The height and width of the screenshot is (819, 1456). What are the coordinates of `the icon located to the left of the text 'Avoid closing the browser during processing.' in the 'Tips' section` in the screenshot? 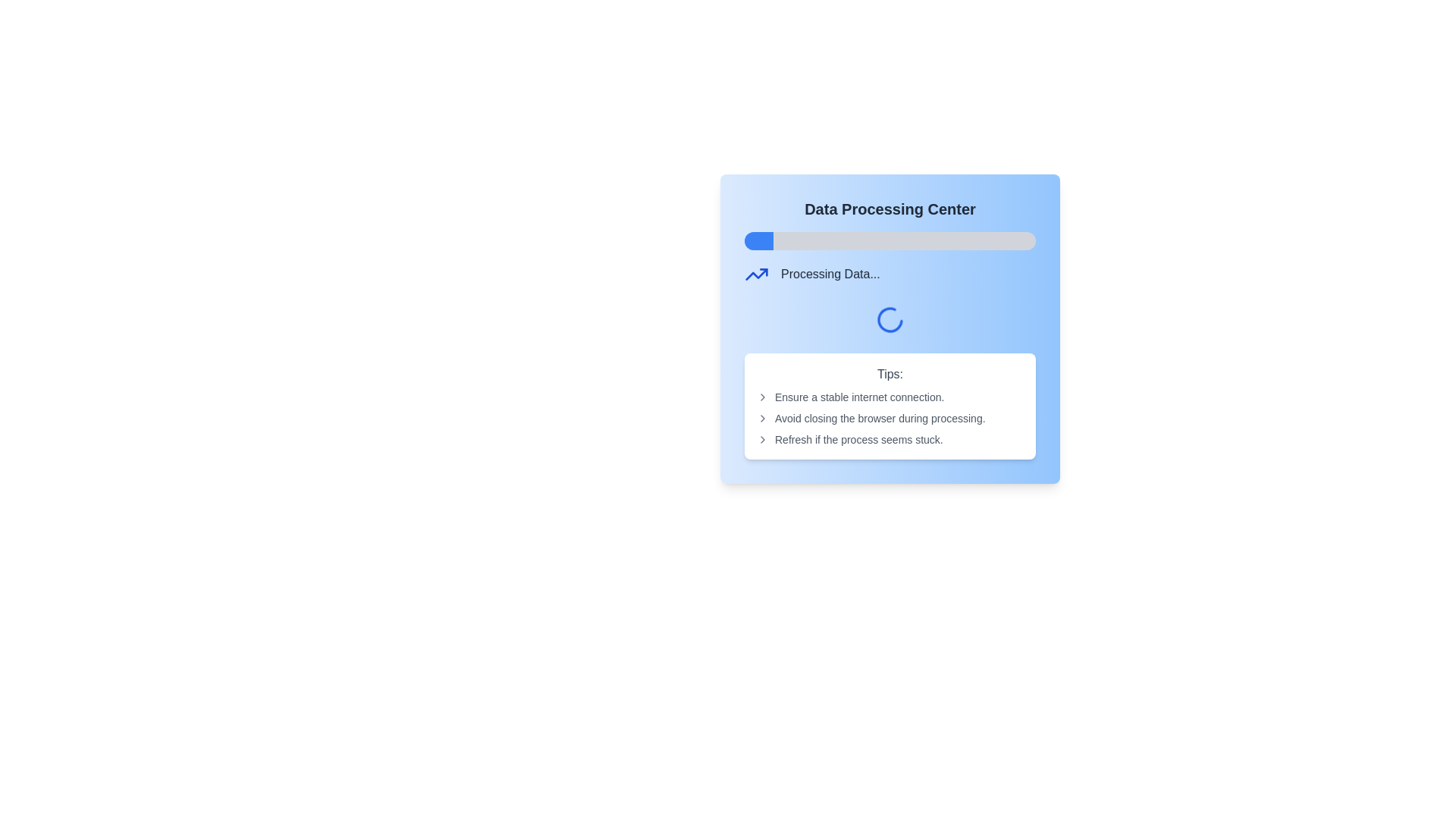 It's located at (763, 418).